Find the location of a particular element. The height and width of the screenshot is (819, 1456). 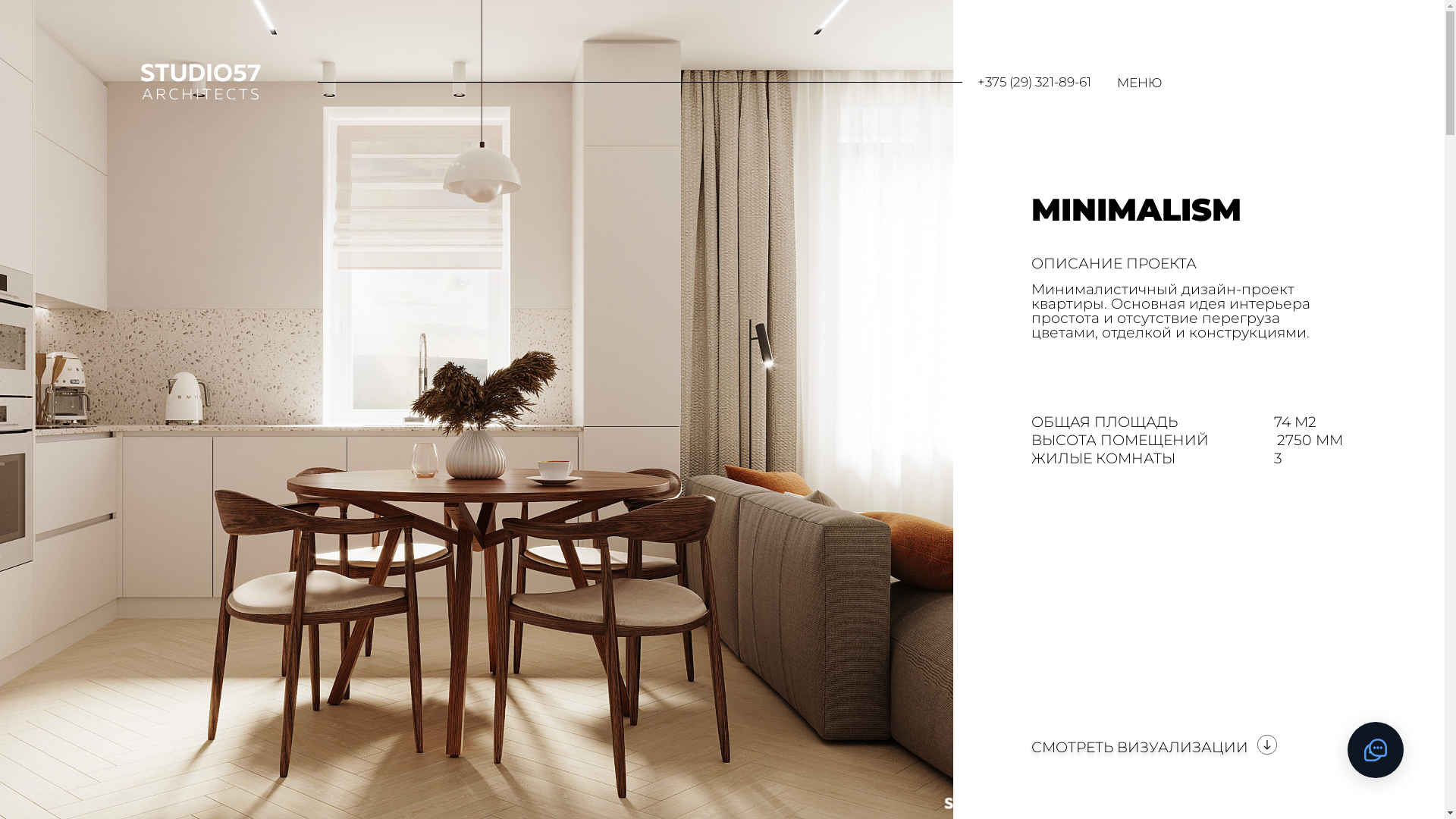

'+375 (29) 321-89-61' is located at coordinates (977, 82).